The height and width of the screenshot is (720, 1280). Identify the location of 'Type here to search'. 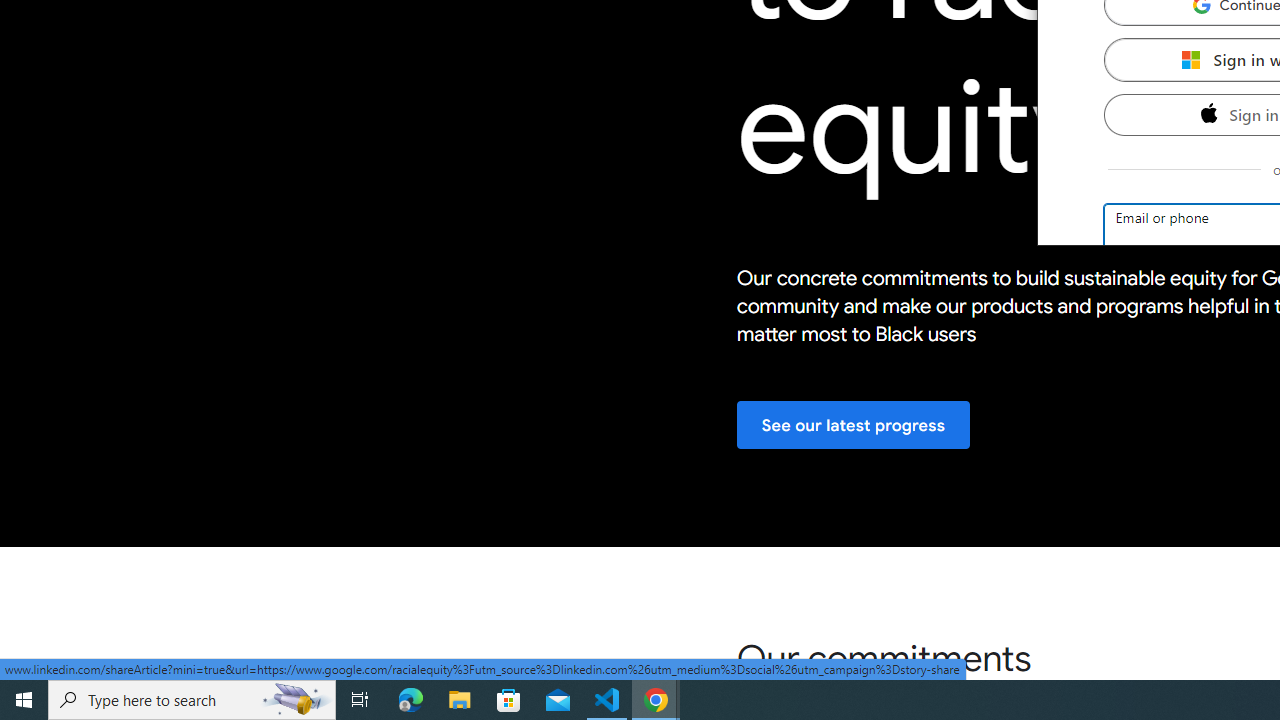
(192, 698).